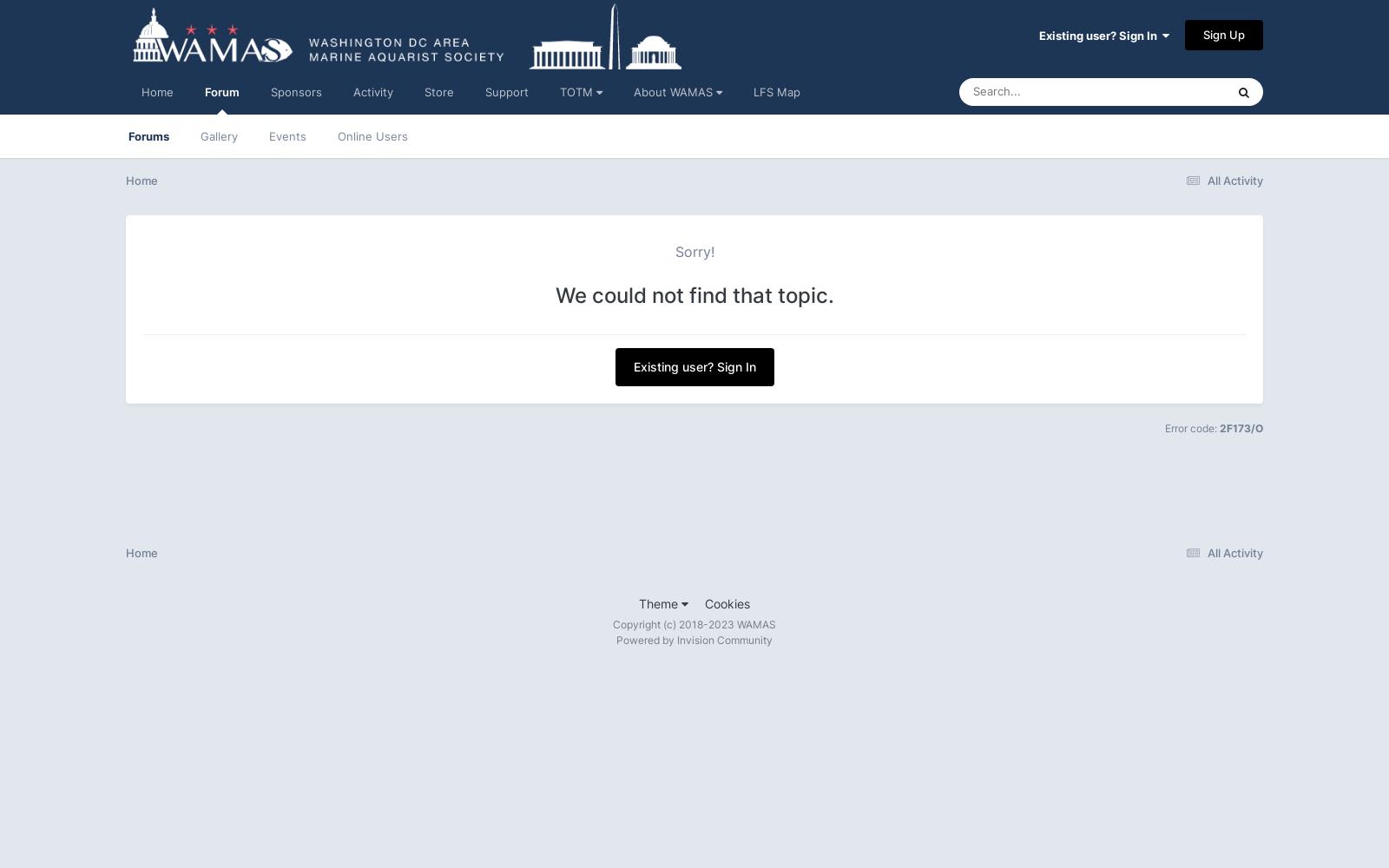 The height and width of the screenshot is (868, 1389). Describe the element at coordinates (372, 91) in the screenshot. I see `'Activity'` at that location.